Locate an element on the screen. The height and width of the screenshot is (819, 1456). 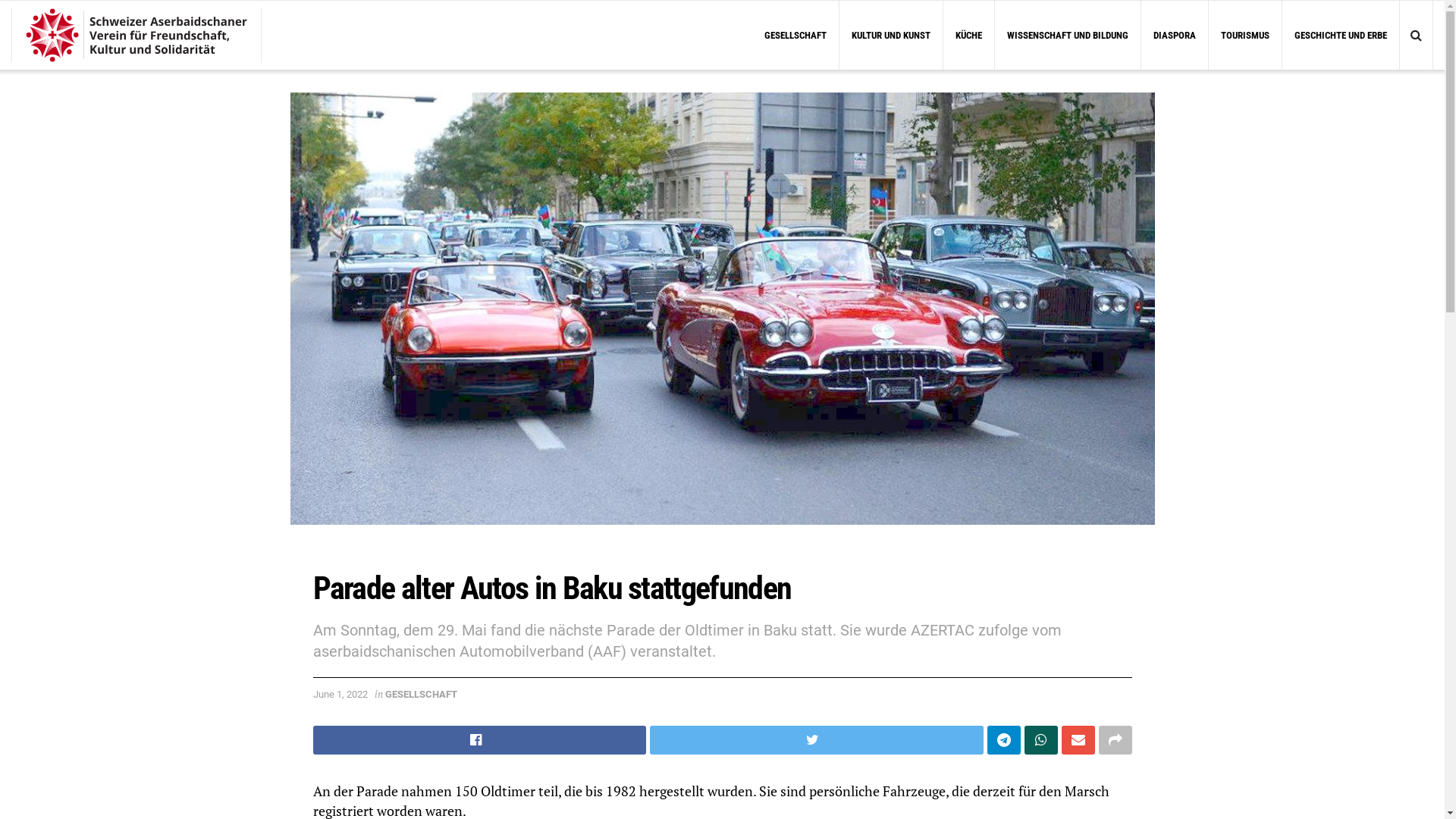
'WISSENSCHAFT UND BILDUNG' is located at coordinates (1066, 34).